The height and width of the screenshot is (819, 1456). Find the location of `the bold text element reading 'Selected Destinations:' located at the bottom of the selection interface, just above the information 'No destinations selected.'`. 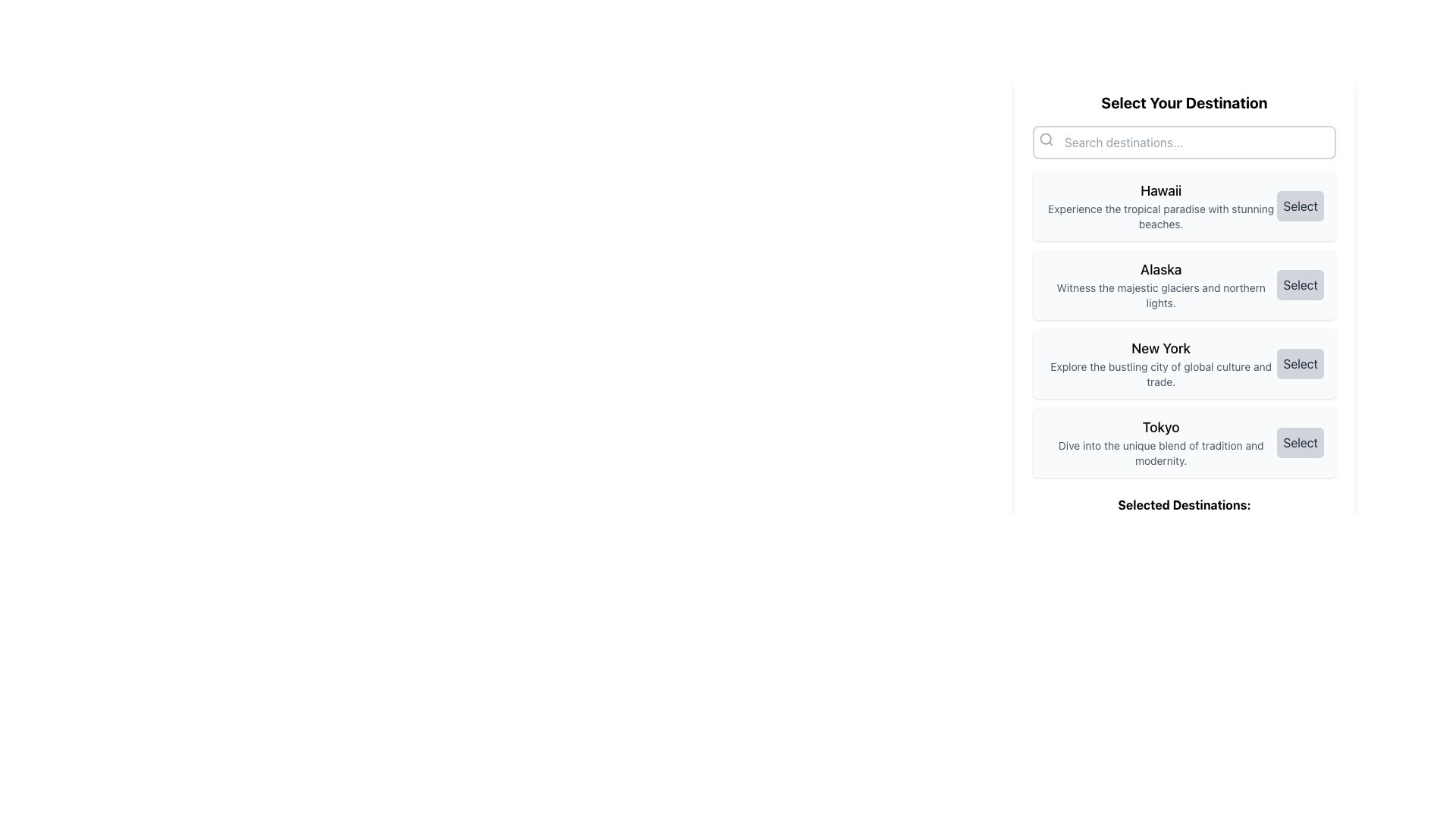

the bold text element reading 'Selected Destinations:' located at the bottom of the selection interface, just above the information 'No destinations selected.' is located at coordinates (1183, 505).